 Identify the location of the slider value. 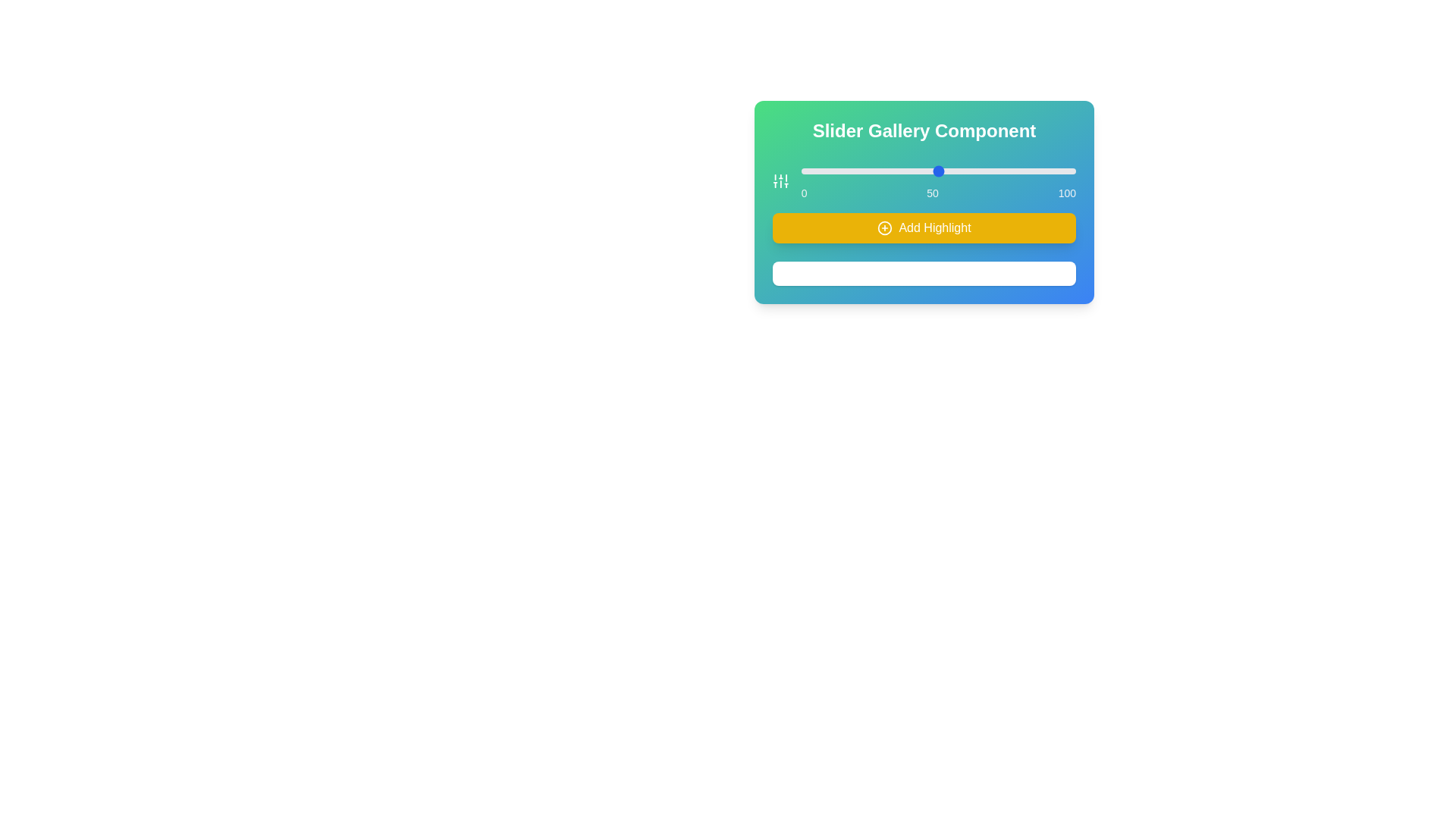
(820, 171).